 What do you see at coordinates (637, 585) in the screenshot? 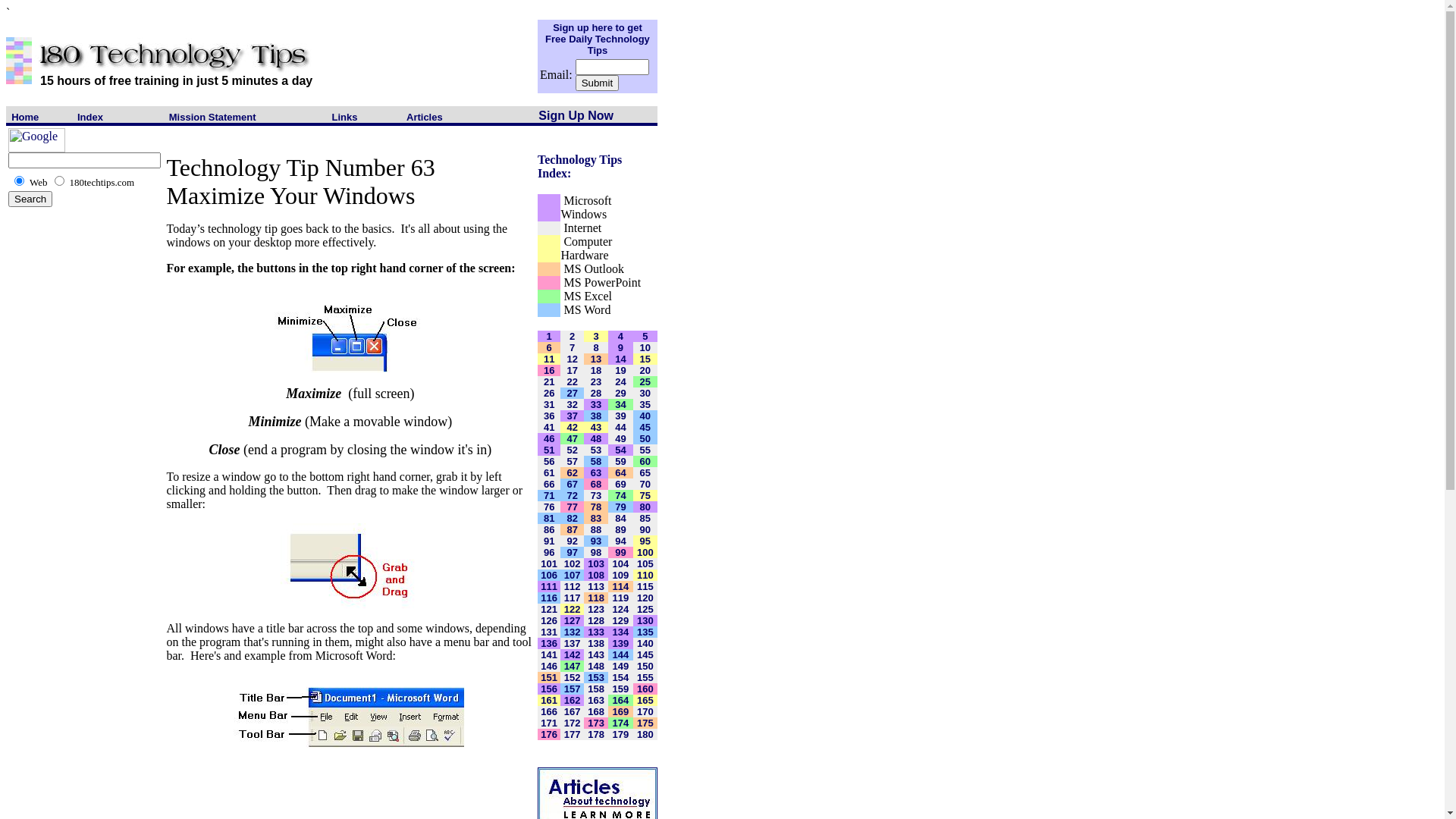
I see `'115'` at bounding box center [637, 585].